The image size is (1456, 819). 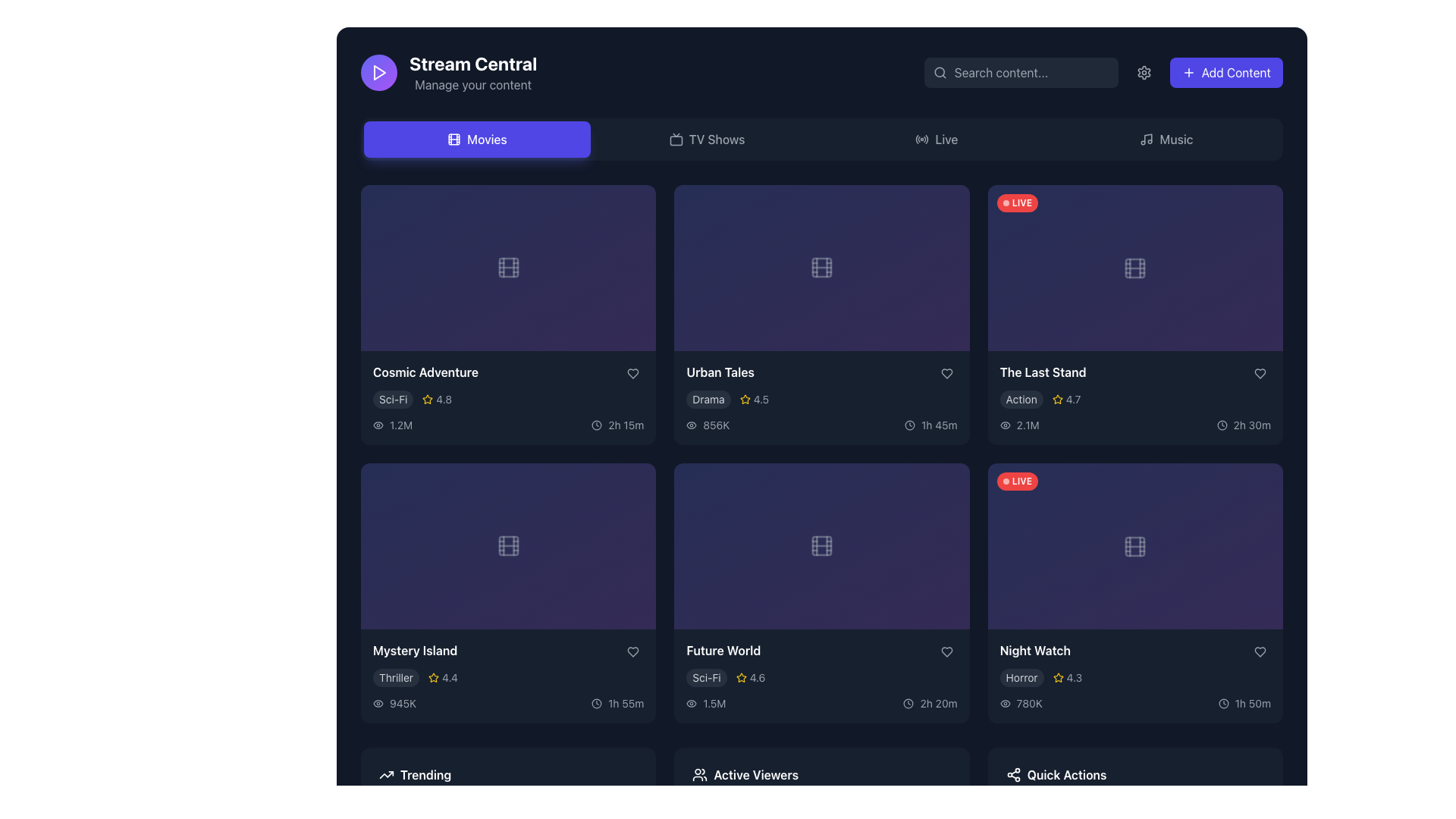 What do you see at coordinates (1135, 592) in the screenshot?
I see `the movie card for 'Night Watch'` at bounding box center [1135, 592].